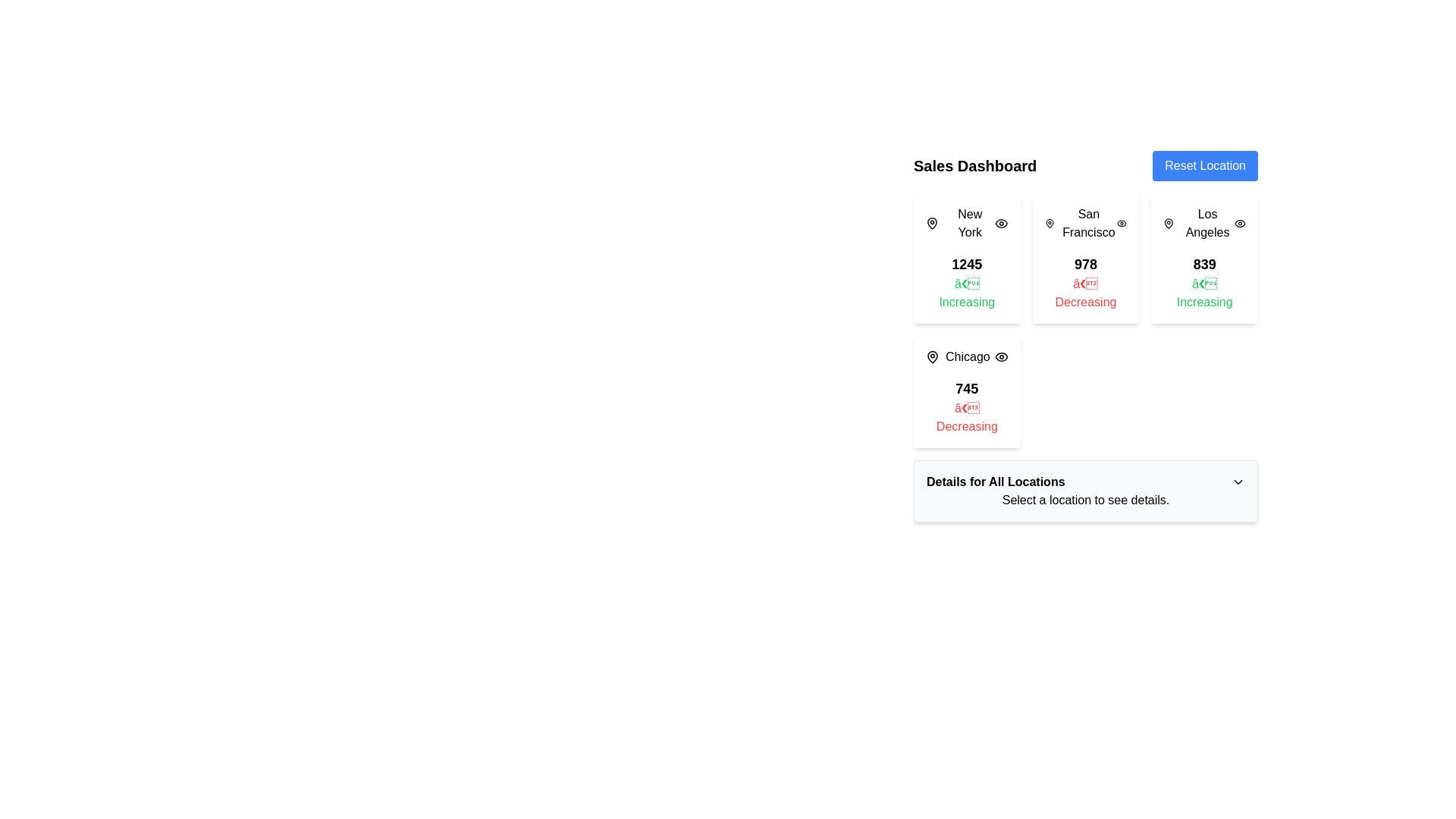 Image resolution: width=1456 pixels, height=819 pixels. What do you see at coordinates (931, 223) in the screenshot?
I see `the map pin icon located to the left of the 'New York' label, which is styled as a minimalist outline with a circular center and a pointed bottom` at bounding box center [931, 223].